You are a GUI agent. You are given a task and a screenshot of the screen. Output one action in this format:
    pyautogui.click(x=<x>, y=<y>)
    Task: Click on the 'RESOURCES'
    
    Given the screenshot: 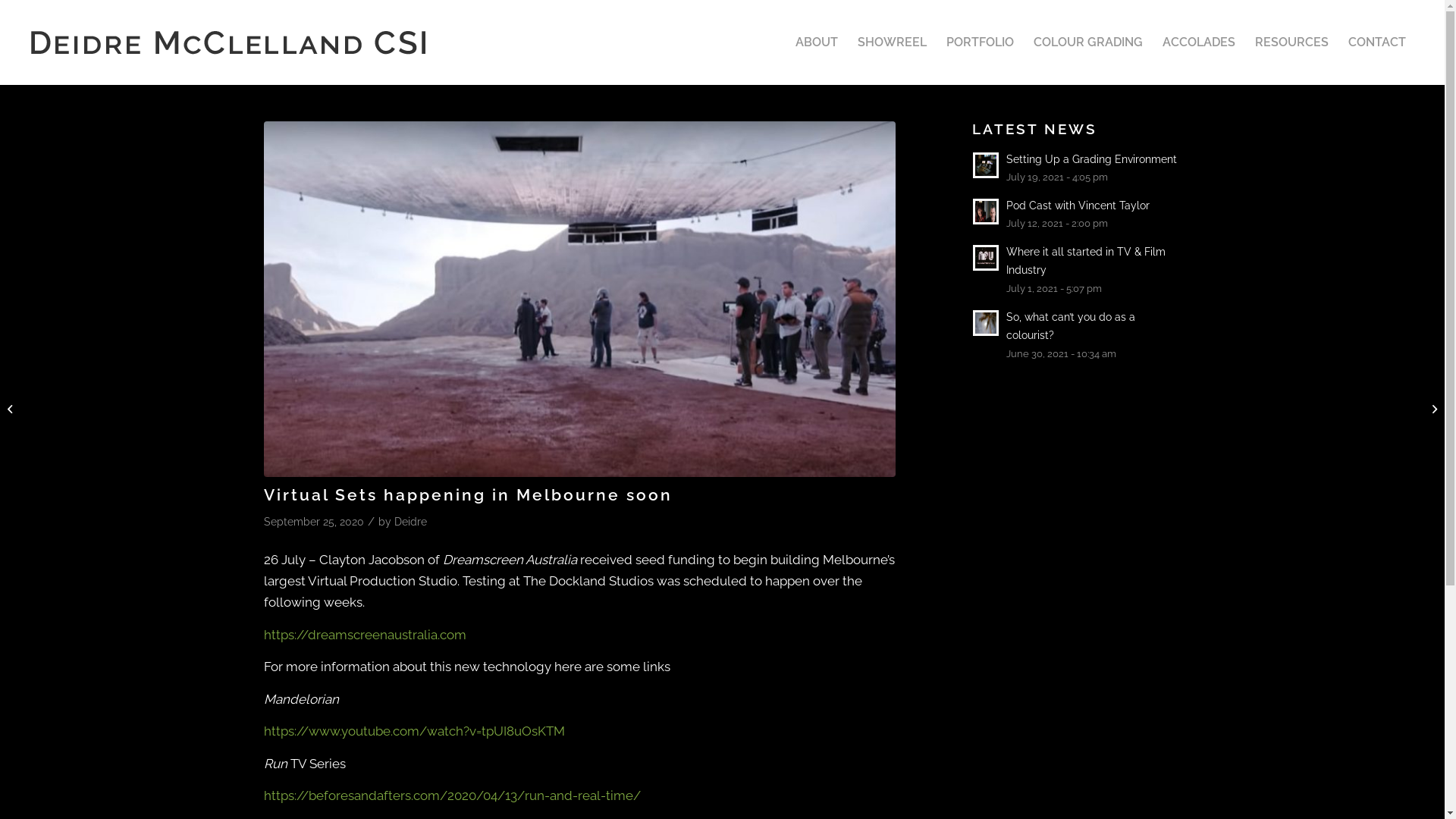 What is the action you would take?
    pyautogui.click(x=1291, y=42)
    